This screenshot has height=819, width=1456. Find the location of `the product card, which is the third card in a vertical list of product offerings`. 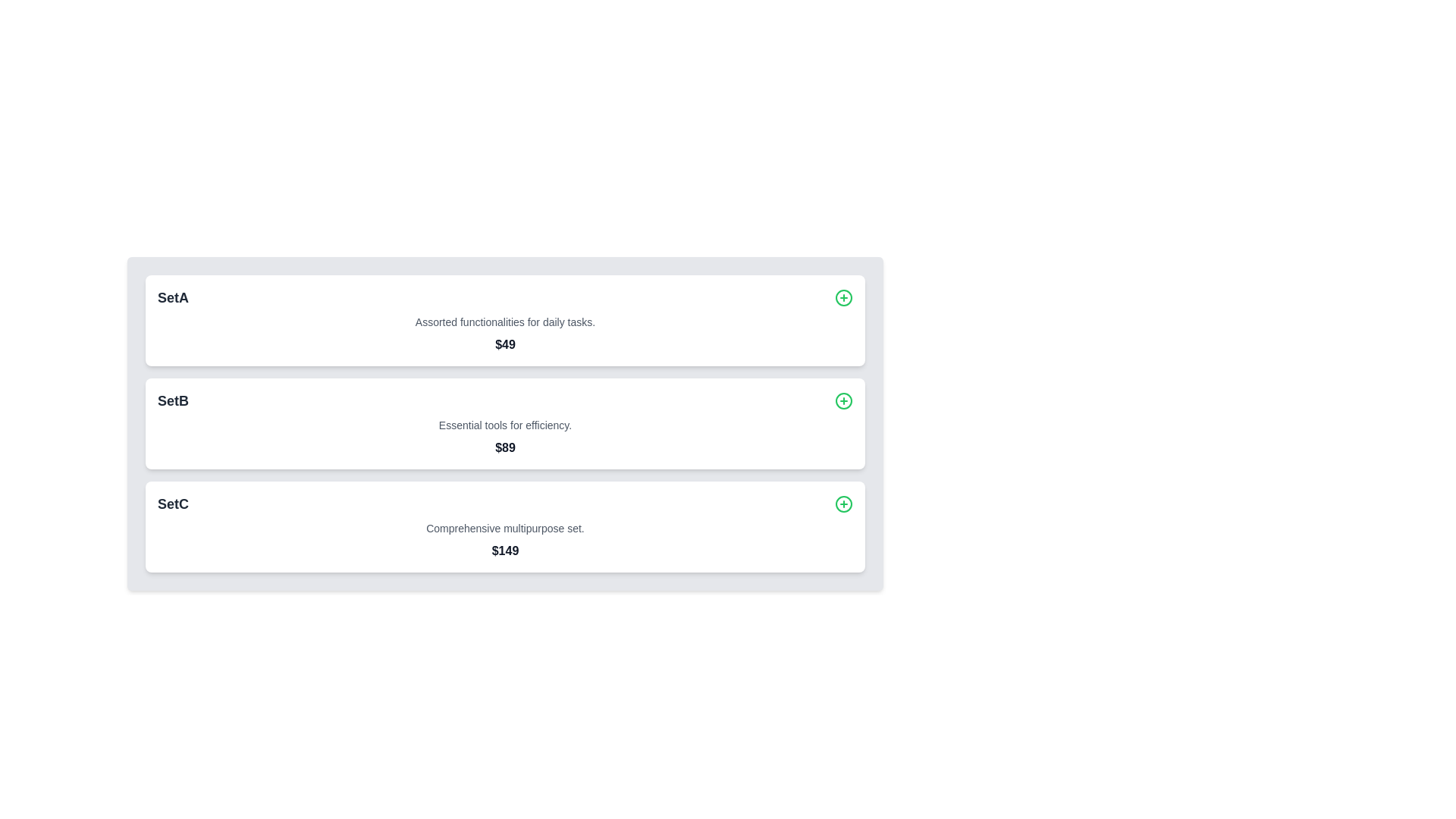

the product card, which is the third card in a vertical list of product offerings is located at coordinates (505, 526).